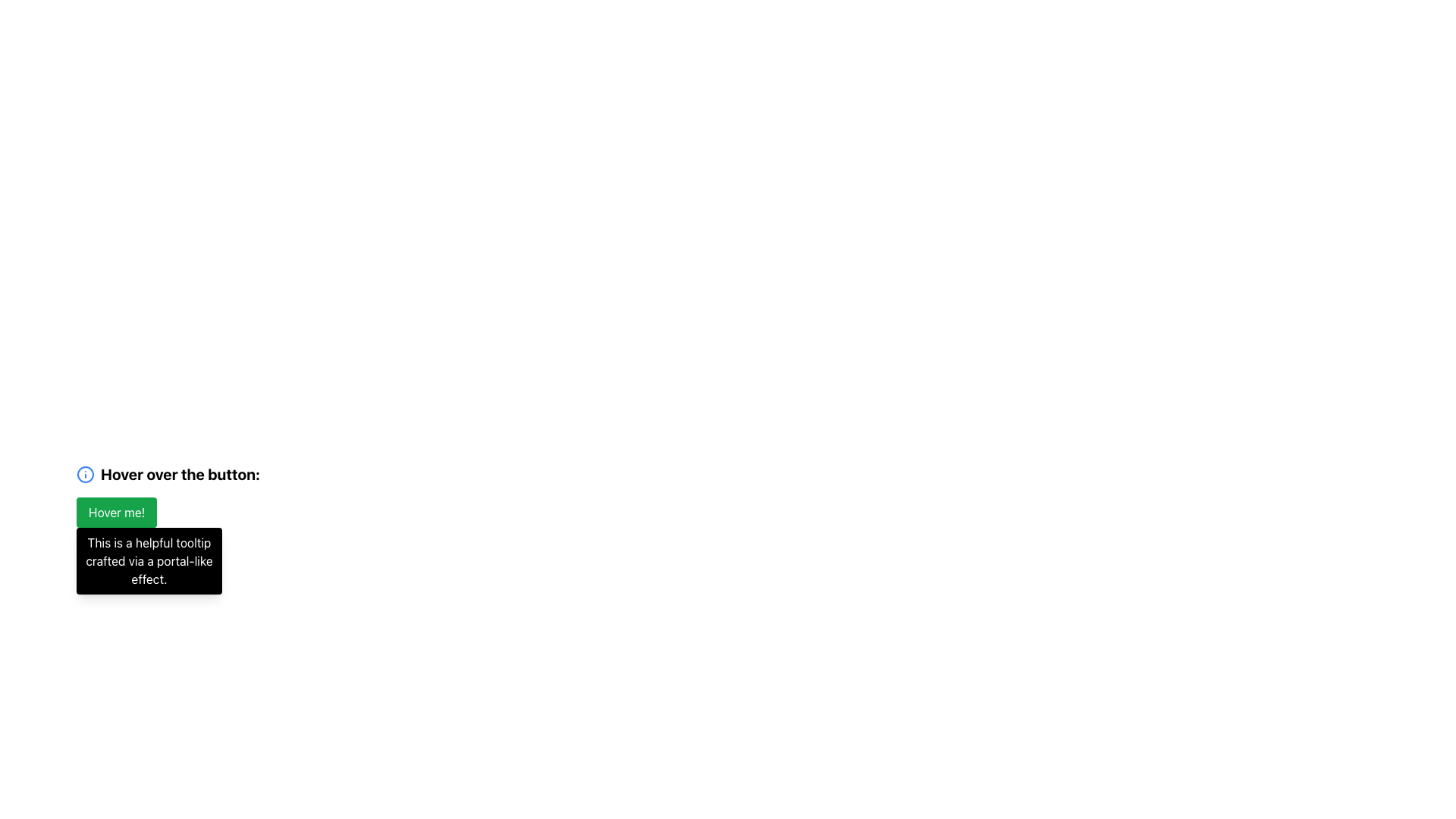 Image resolution: width=1456 pixels, height=819 pixels. What do you see at coordinates (116, 512) in the screenshot?
I see `the tooltip trigger button located centered horizontally below the instruction label, which displays detailed information in a tooltip when hovered` at bounding box center [116, 512].